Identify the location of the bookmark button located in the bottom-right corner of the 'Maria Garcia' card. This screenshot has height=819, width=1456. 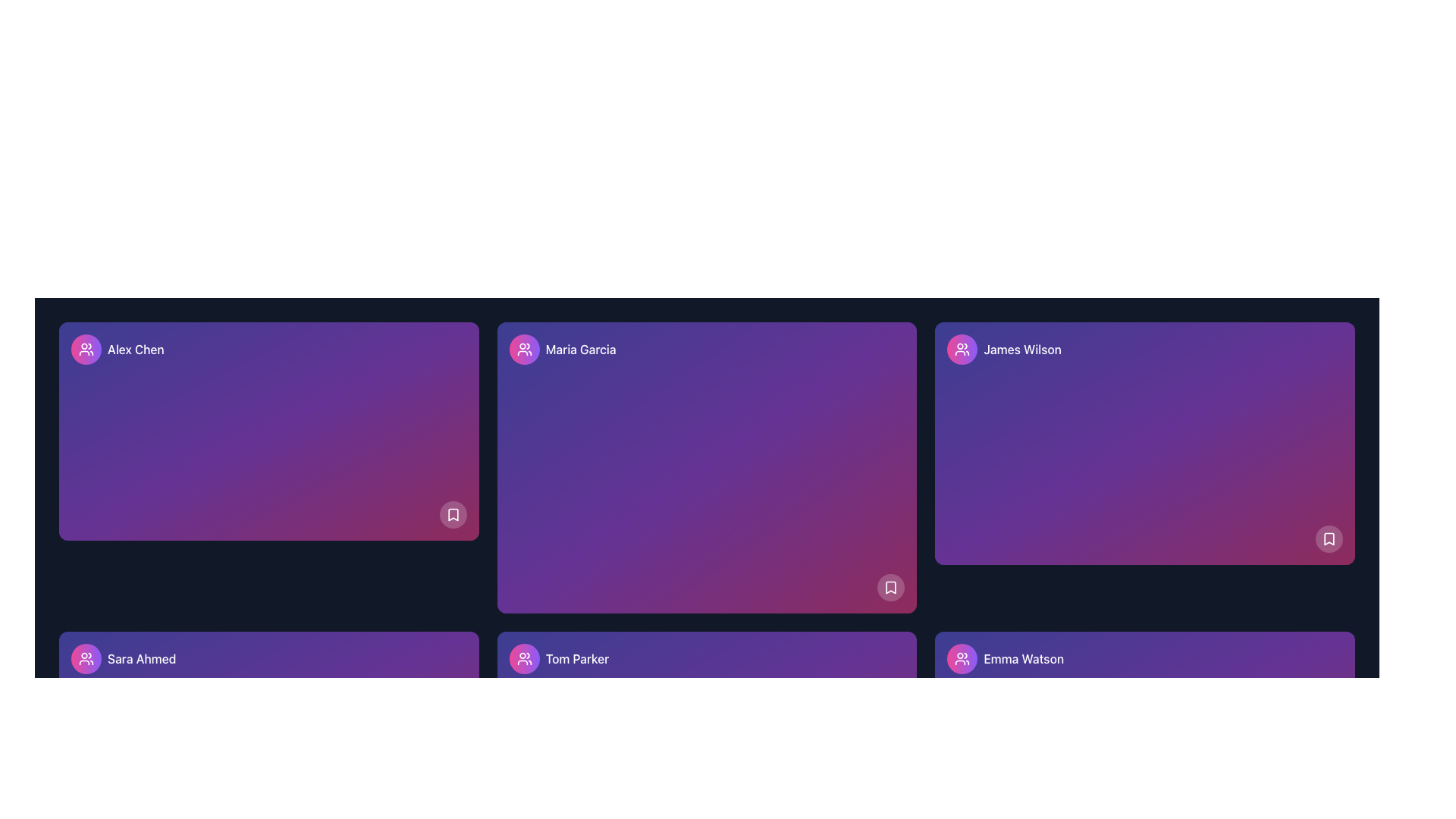
(891, 587).